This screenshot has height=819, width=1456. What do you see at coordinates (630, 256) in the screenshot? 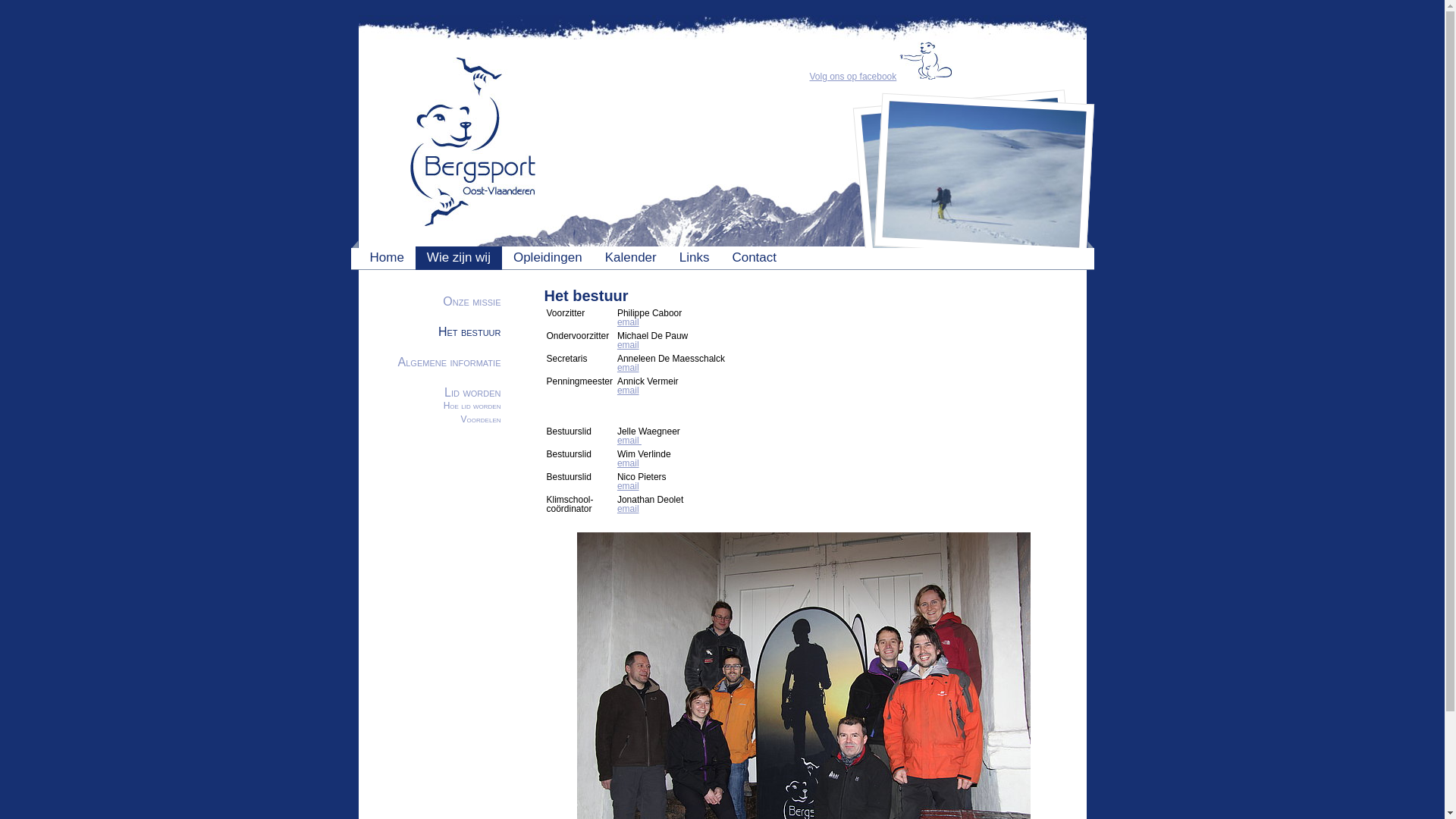
I see `'Kalender'` at bounding box center [630, 256].